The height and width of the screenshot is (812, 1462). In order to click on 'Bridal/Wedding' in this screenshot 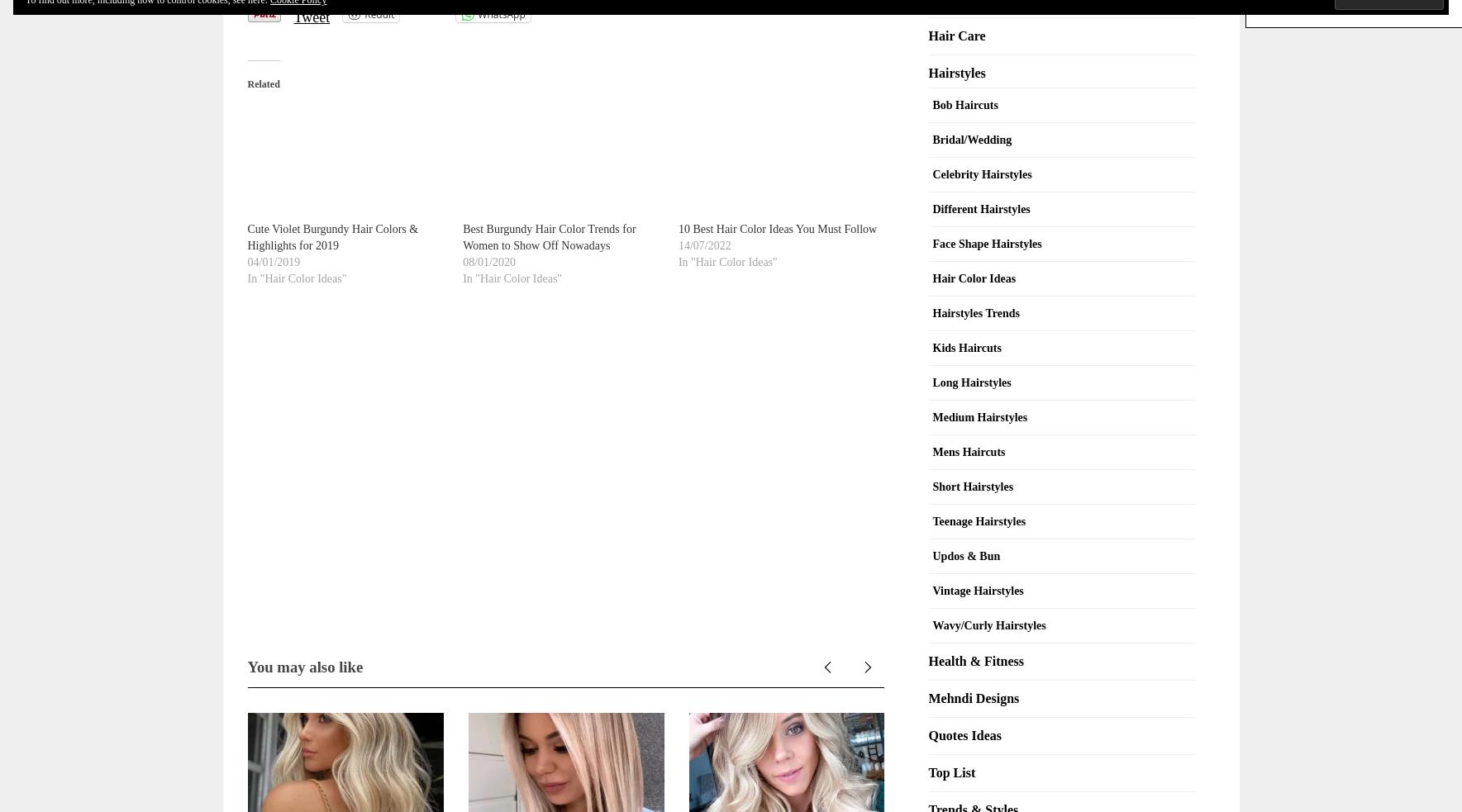, I will do `click(971, 139)`.